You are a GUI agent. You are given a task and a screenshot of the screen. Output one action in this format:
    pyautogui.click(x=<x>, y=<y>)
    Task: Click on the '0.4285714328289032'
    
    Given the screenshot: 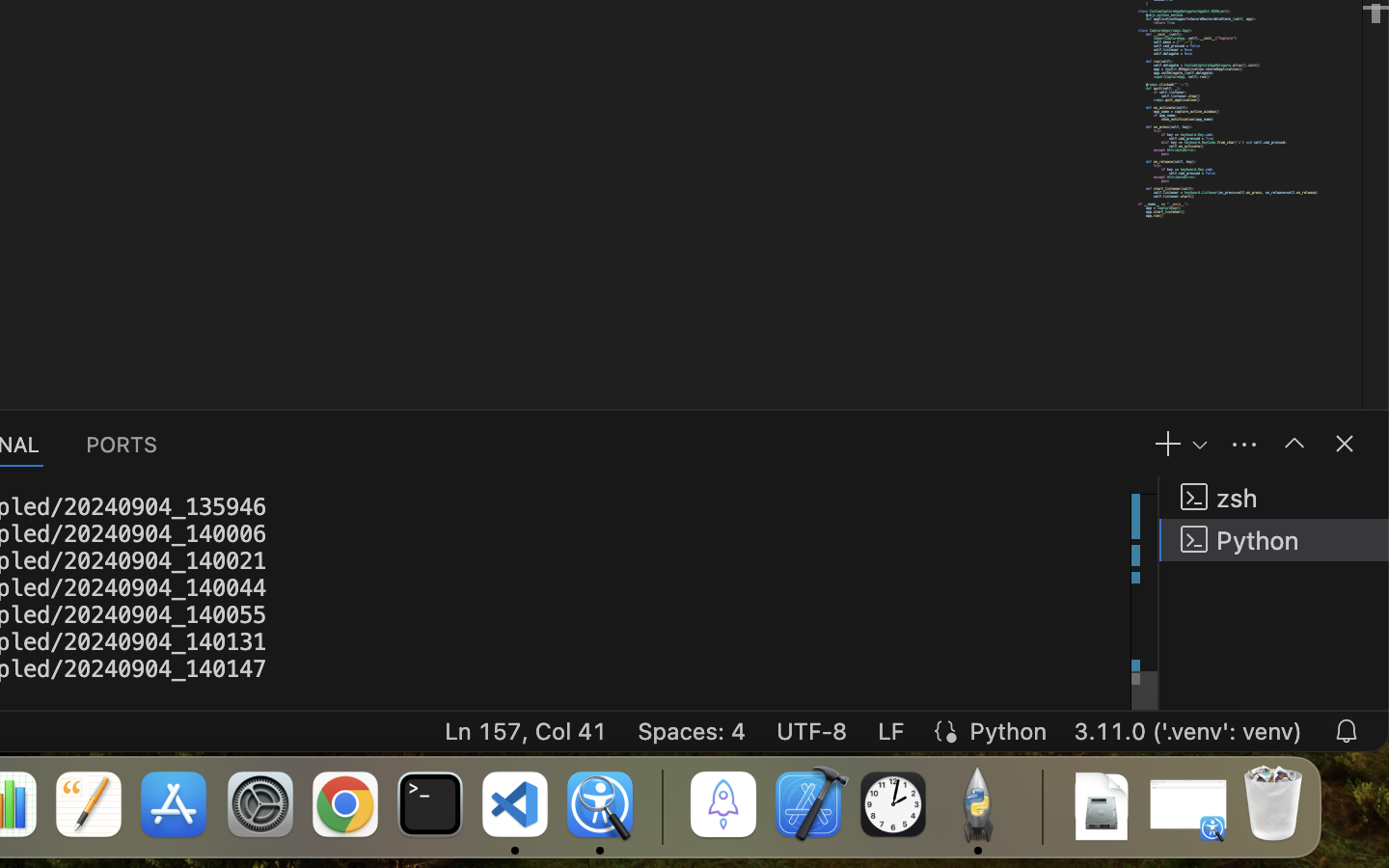 What is the action you would take?
    pyautogui.click(x=661, y=805)
    